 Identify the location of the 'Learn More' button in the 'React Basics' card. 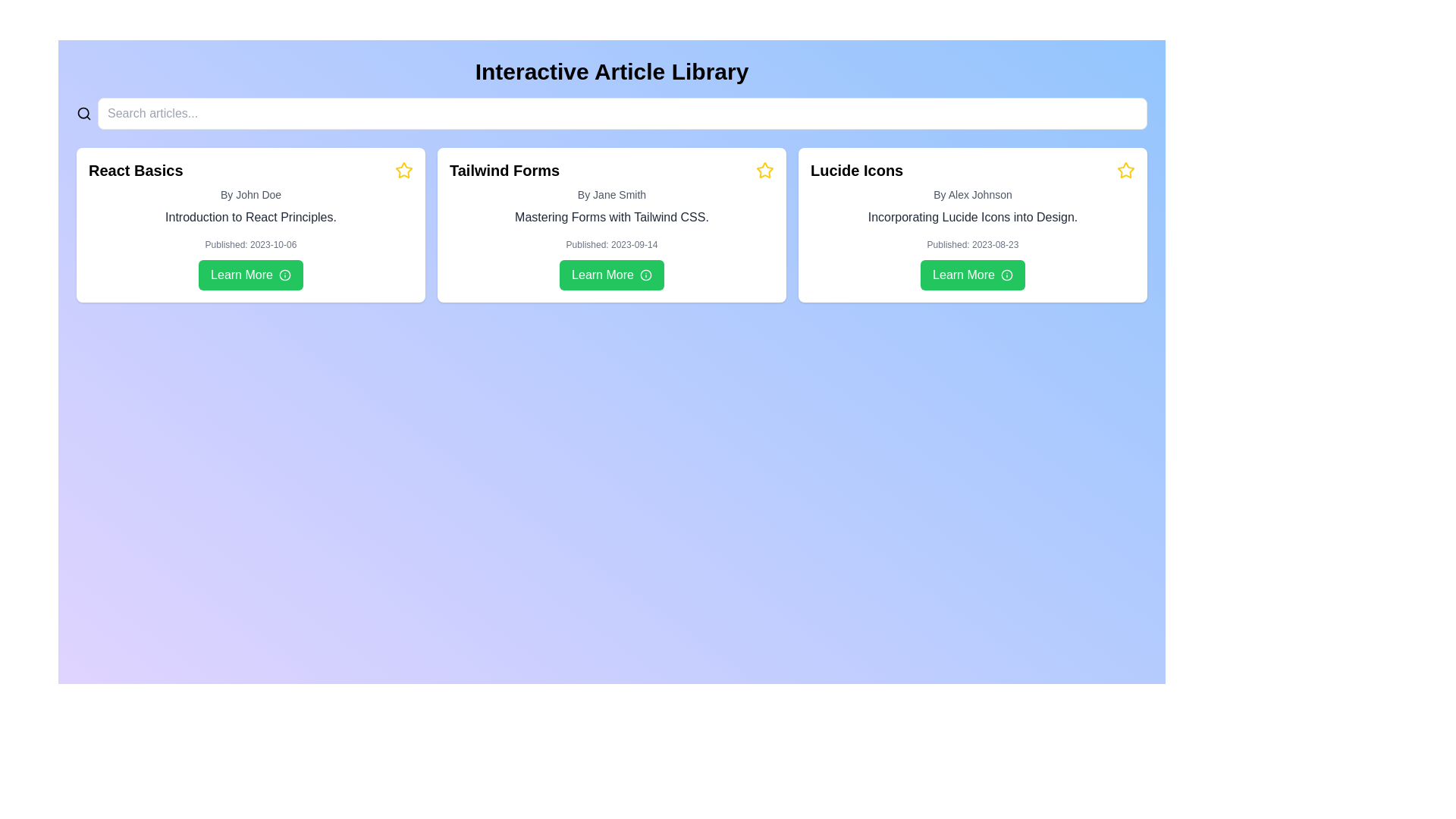
(251, 275).